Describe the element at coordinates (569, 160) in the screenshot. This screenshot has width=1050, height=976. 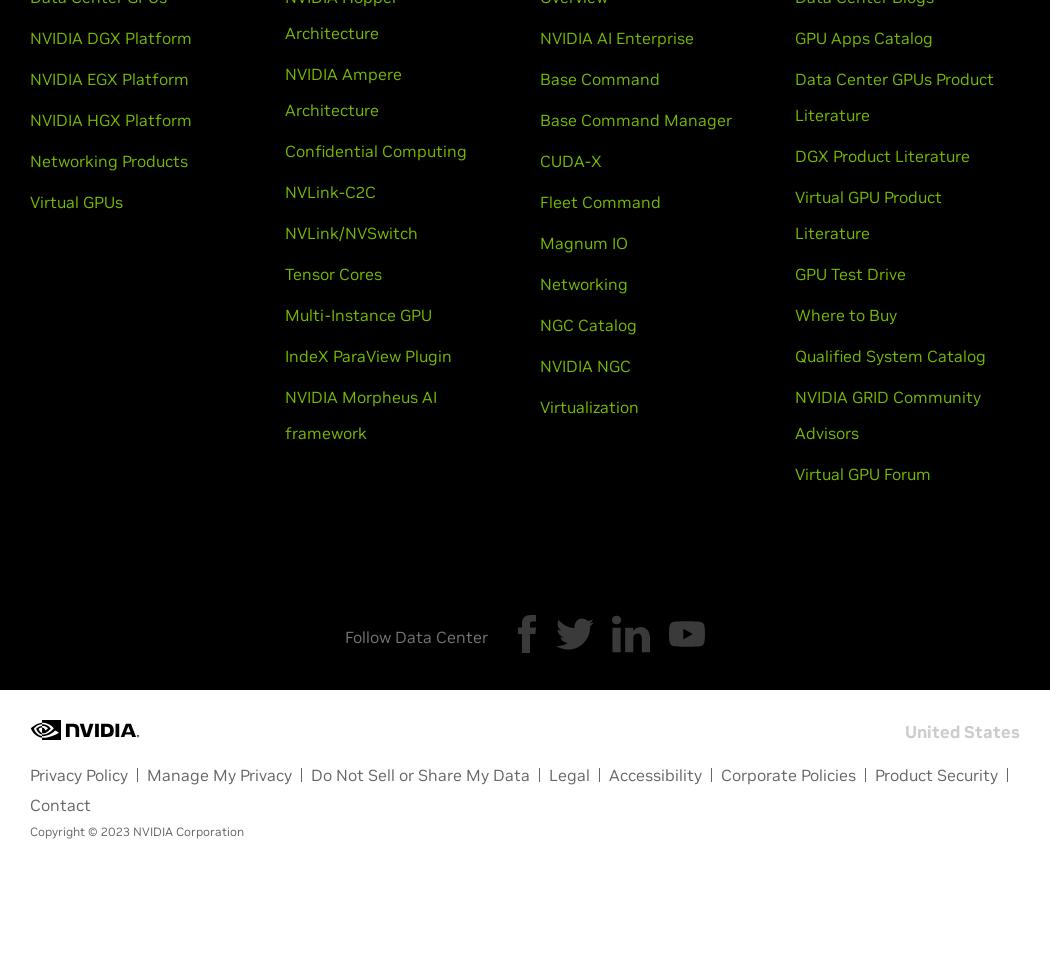
I see `'CUDA-X'` at that location.